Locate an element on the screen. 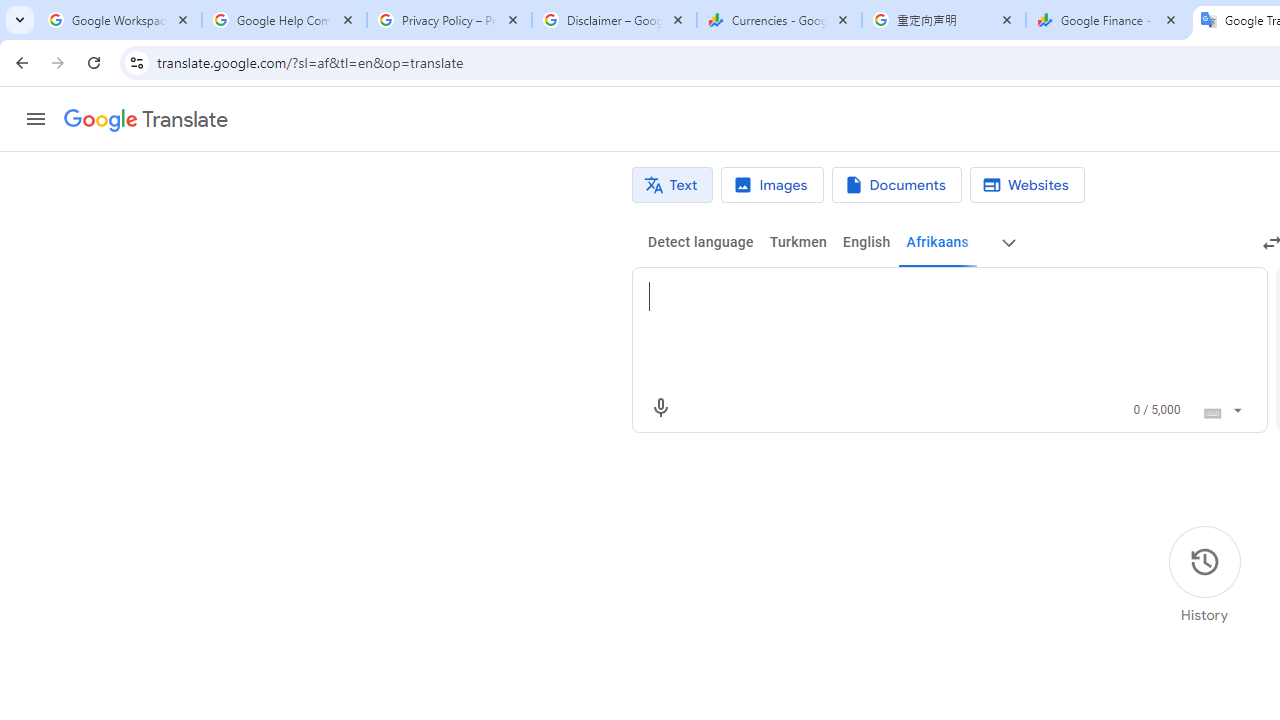  'Google Workspace Admin Community' is located at coordinates (118, 20).